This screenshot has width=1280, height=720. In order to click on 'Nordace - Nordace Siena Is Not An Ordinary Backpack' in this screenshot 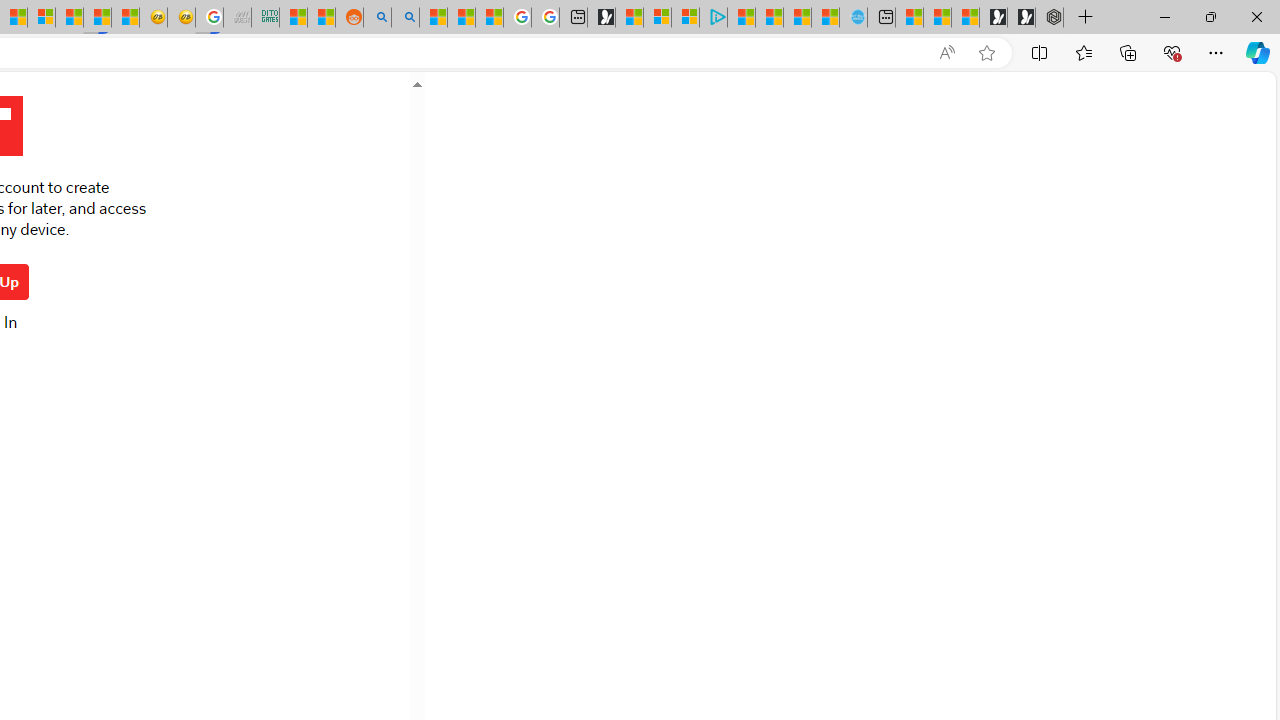, I will do `click(1048, 17)`.